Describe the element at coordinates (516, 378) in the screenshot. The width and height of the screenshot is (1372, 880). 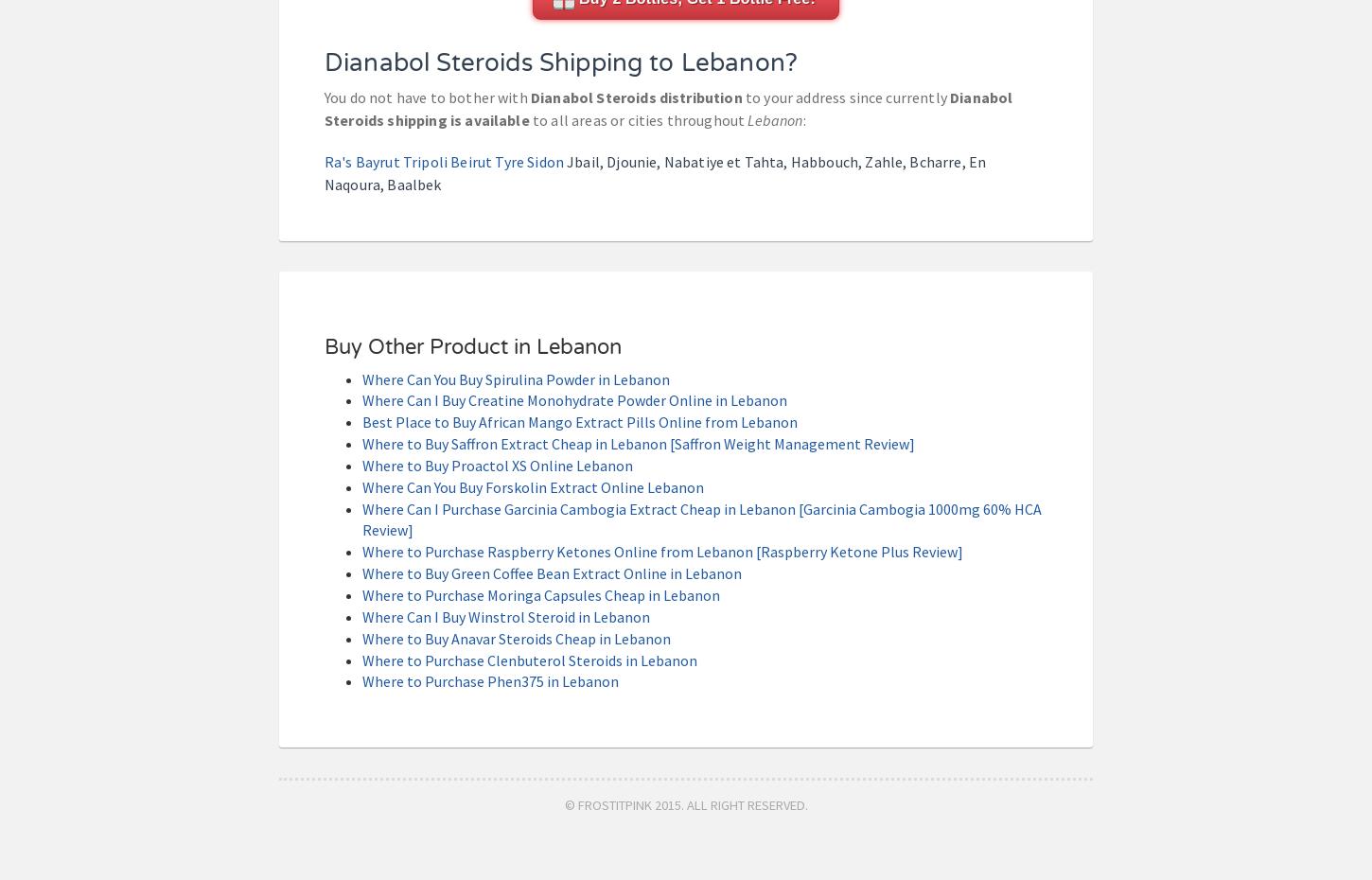
I see `'Where Can You Buy Spirulina Powder in Lebanon'` at that location.